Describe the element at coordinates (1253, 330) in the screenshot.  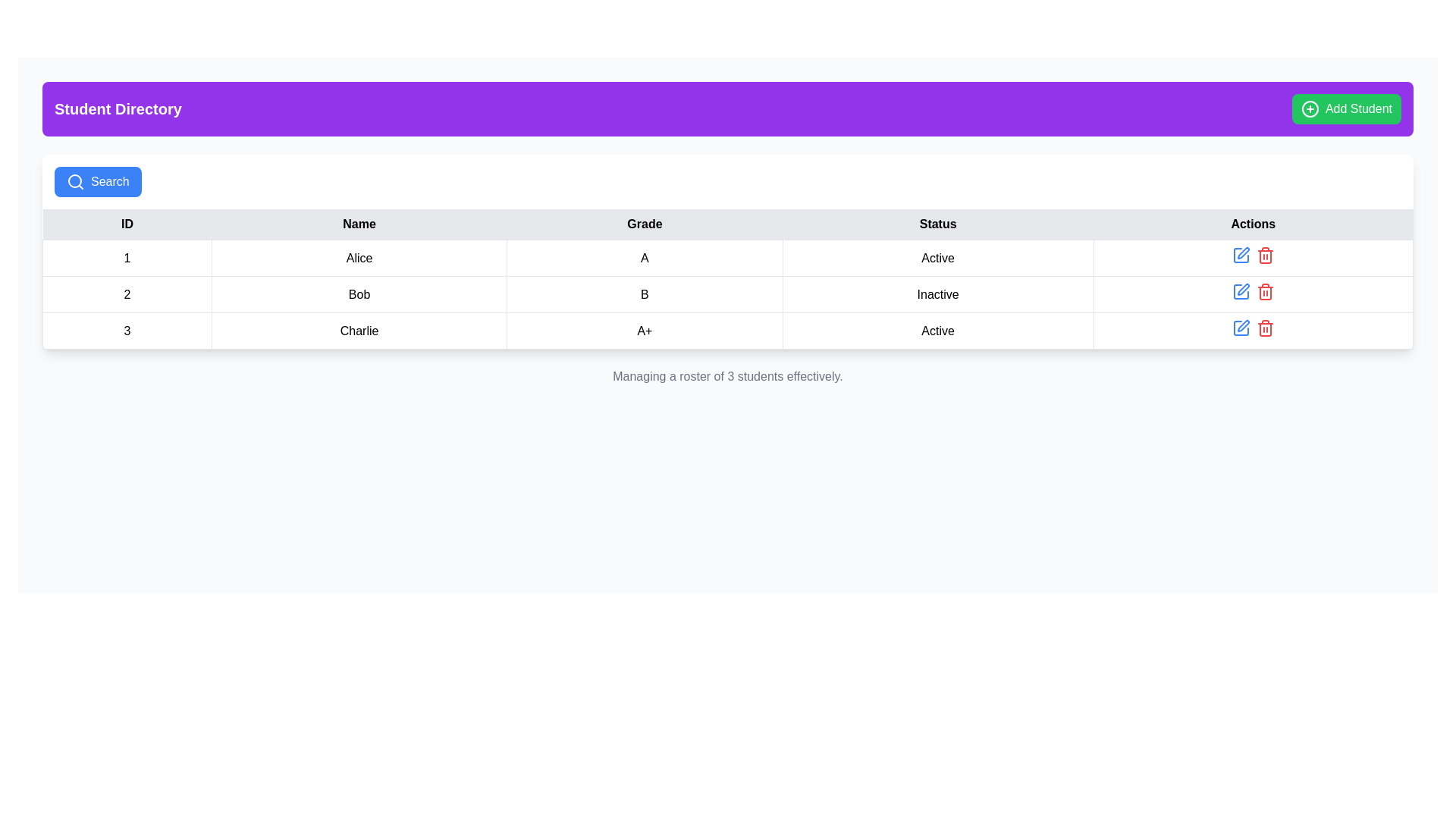
I see `the blue edit icon in the Actions column of the table cell for the student 'Charlie' in the third row` at that location.